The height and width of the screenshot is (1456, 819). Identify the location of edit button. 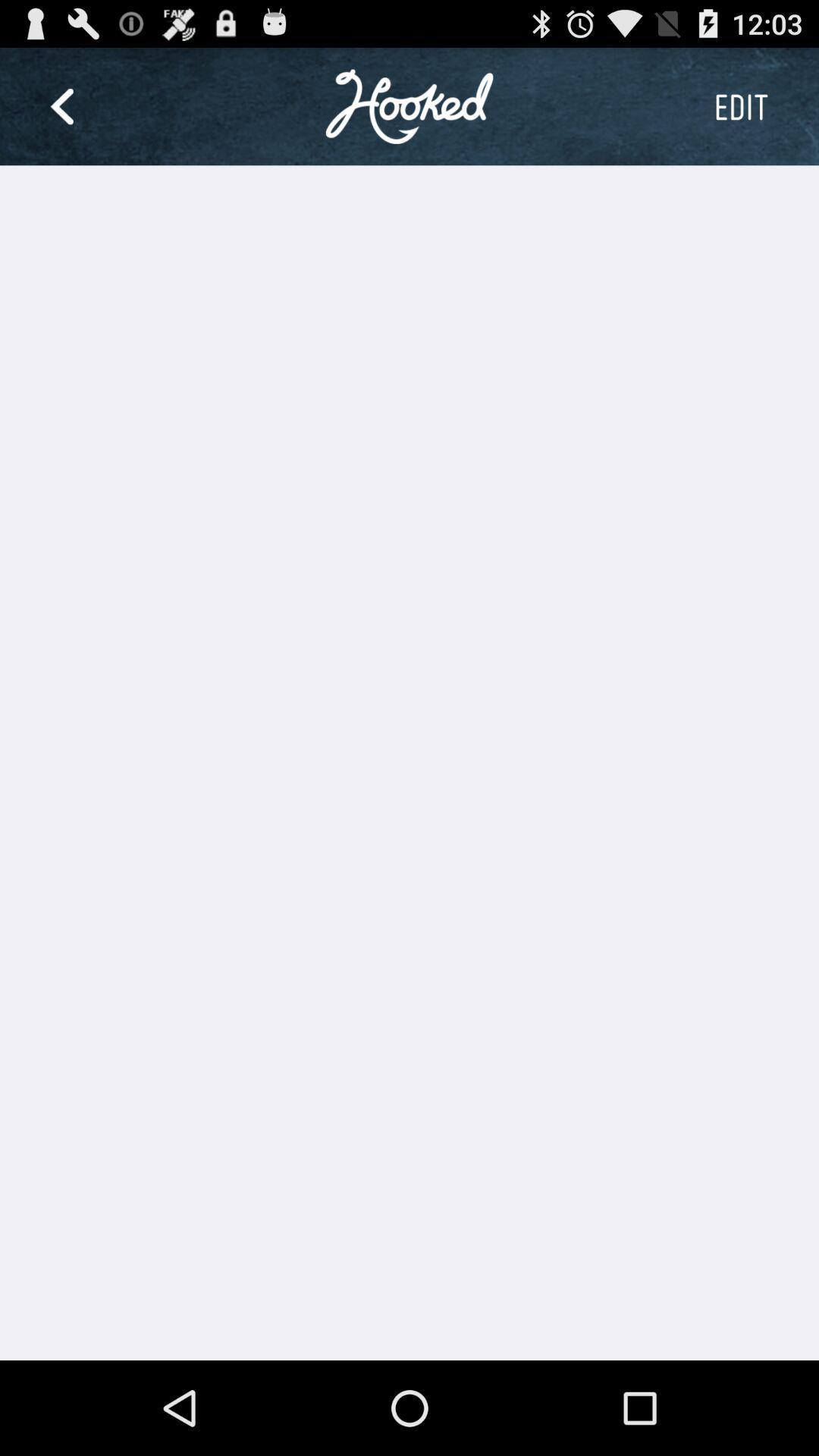
(740, 105).